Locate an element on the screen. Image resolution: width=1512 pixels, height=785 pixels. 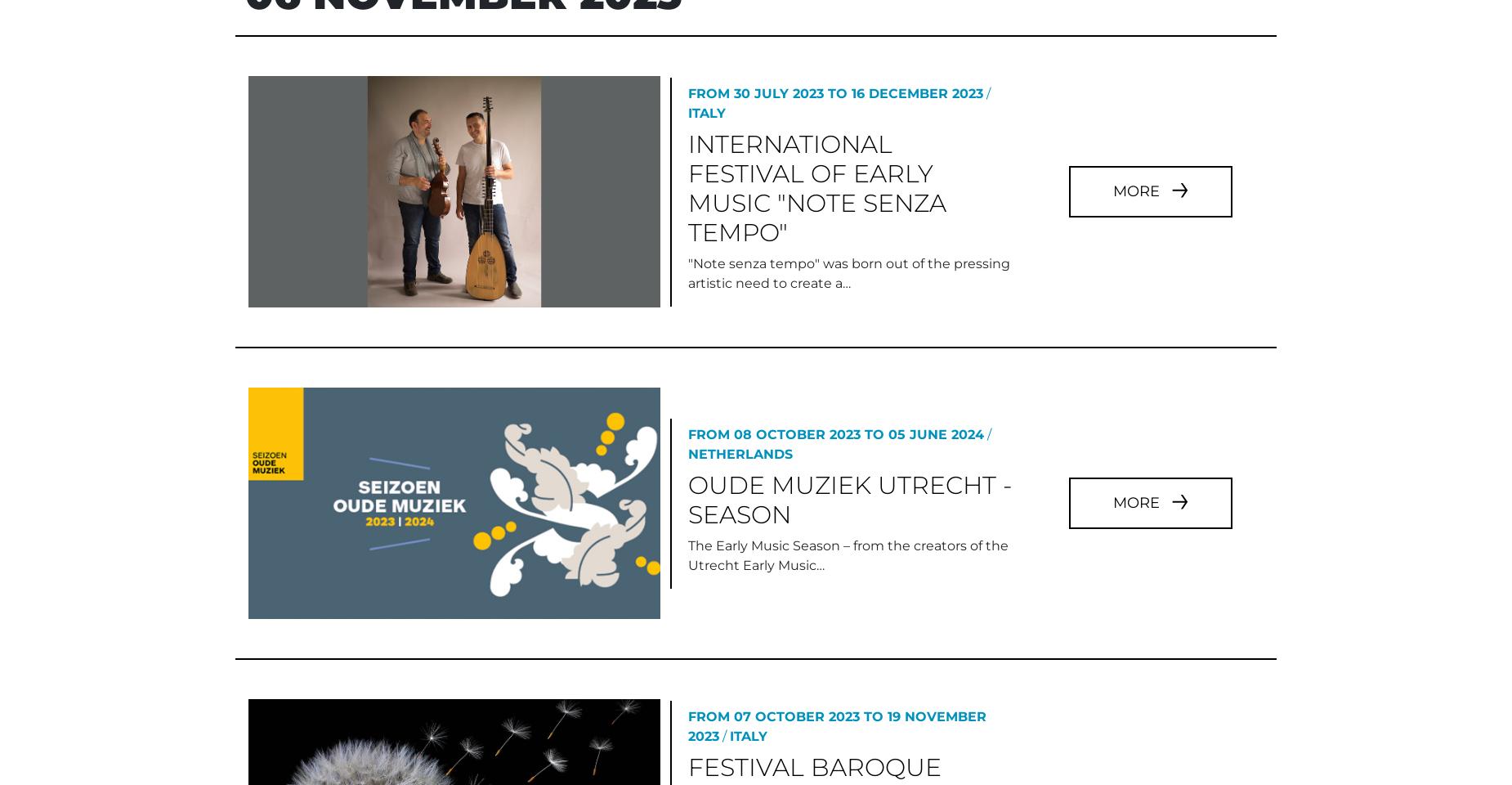
'REMA' is located at coordinates (264, 730).